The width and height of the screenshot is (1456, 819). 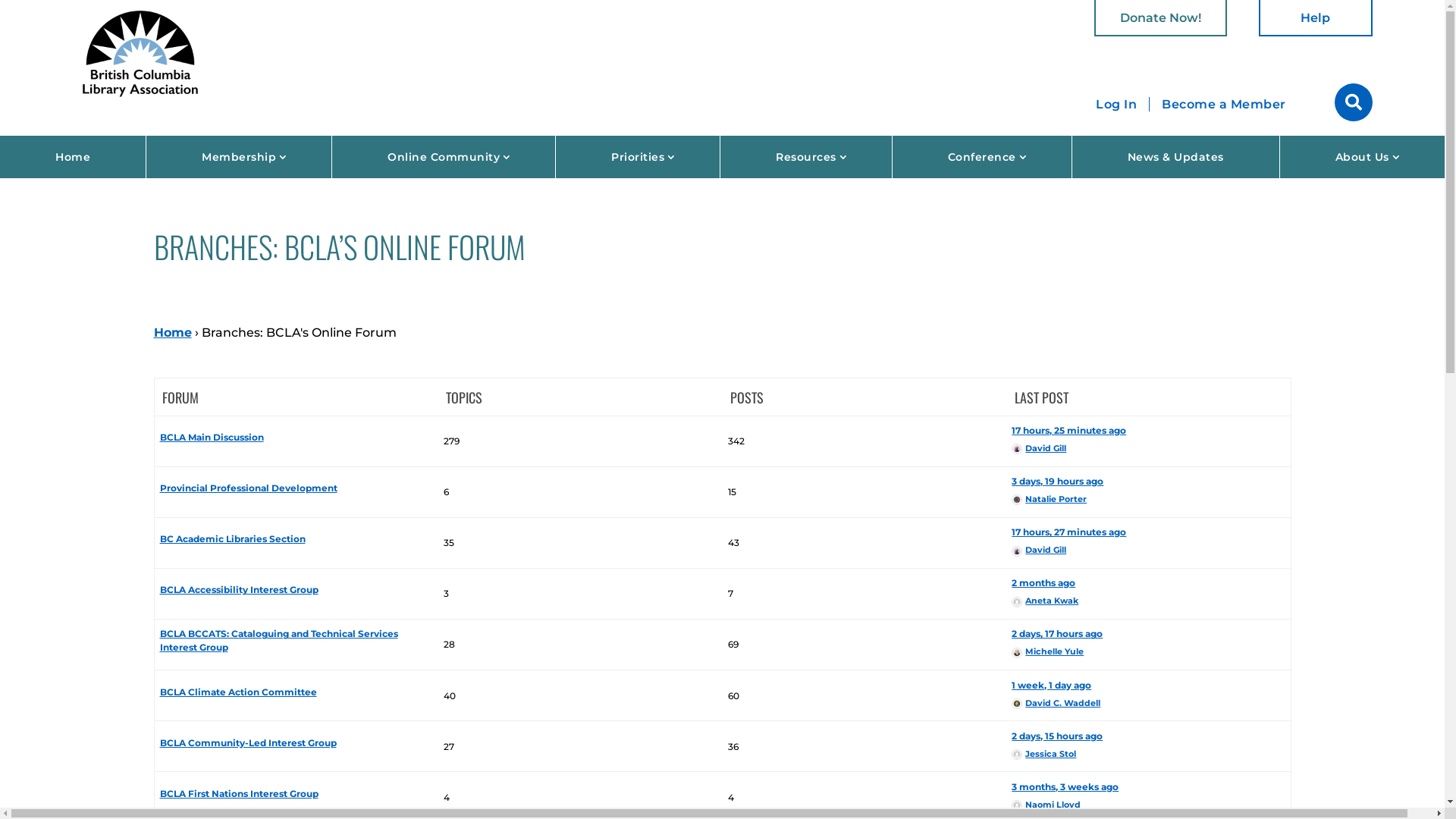 What do you see at coordinates (72, 157) in the screenshot?
I see `'Home'` at bounding box center [72, 157].